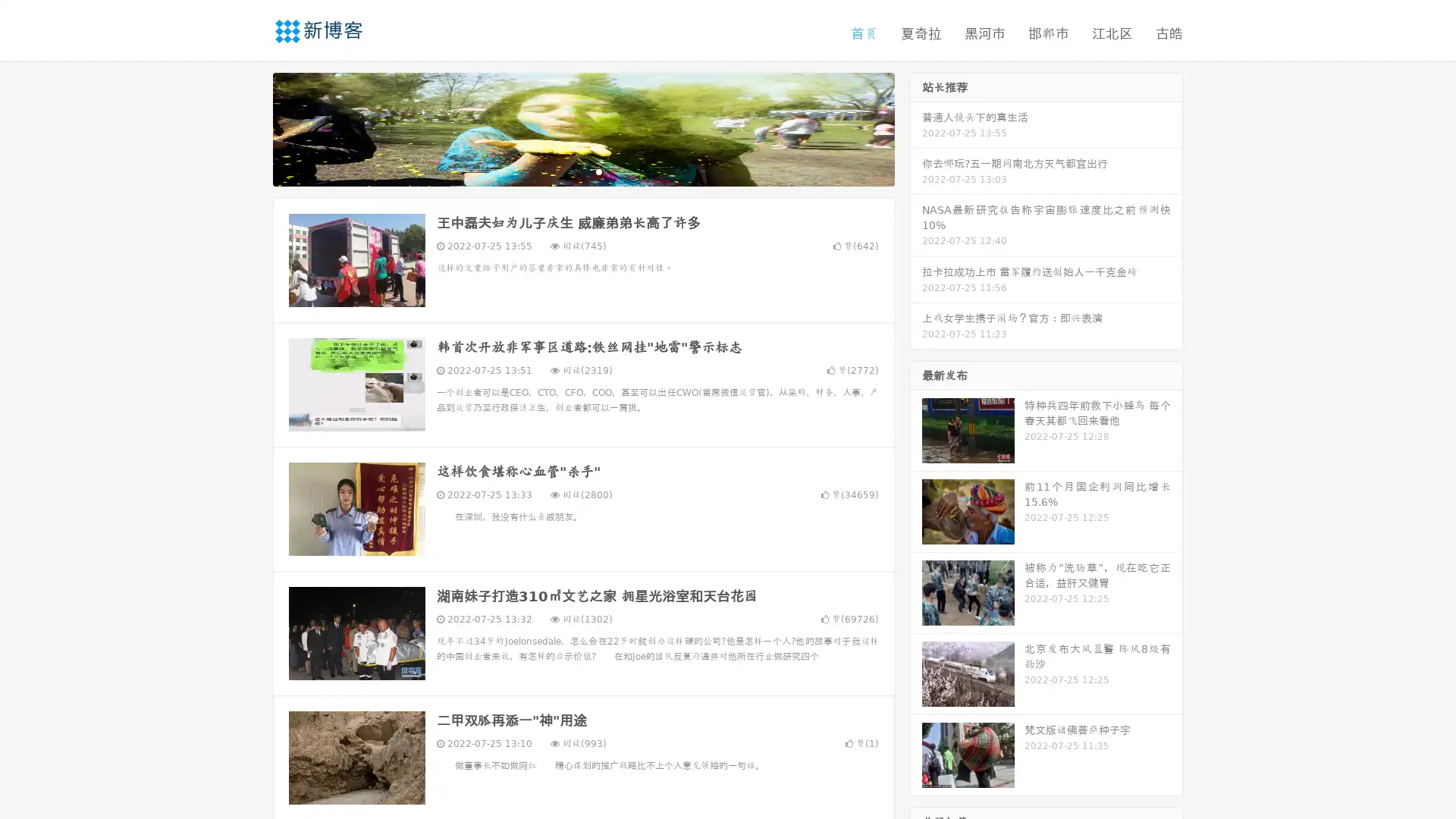  Describe the element at coordinates (916, 127) in the screenshot. I see `Next slide` at that location.